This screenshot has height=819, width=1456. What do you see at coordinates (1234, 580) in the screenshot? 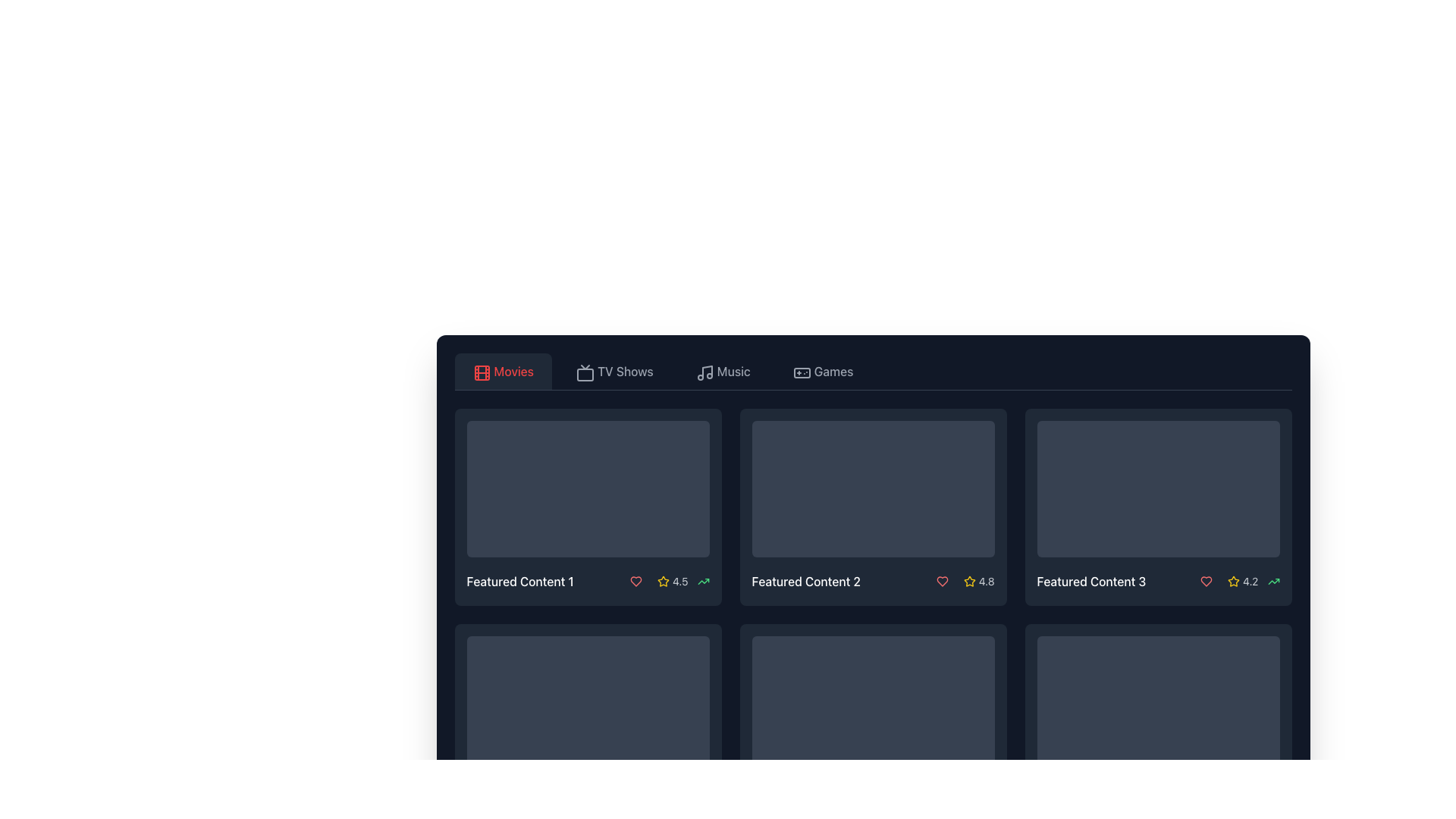
I see `the star-shaped icon used for rating, which indicates a score of 4.2 in the 'Featured Content 3' section` at bounding box center [1234, 580].